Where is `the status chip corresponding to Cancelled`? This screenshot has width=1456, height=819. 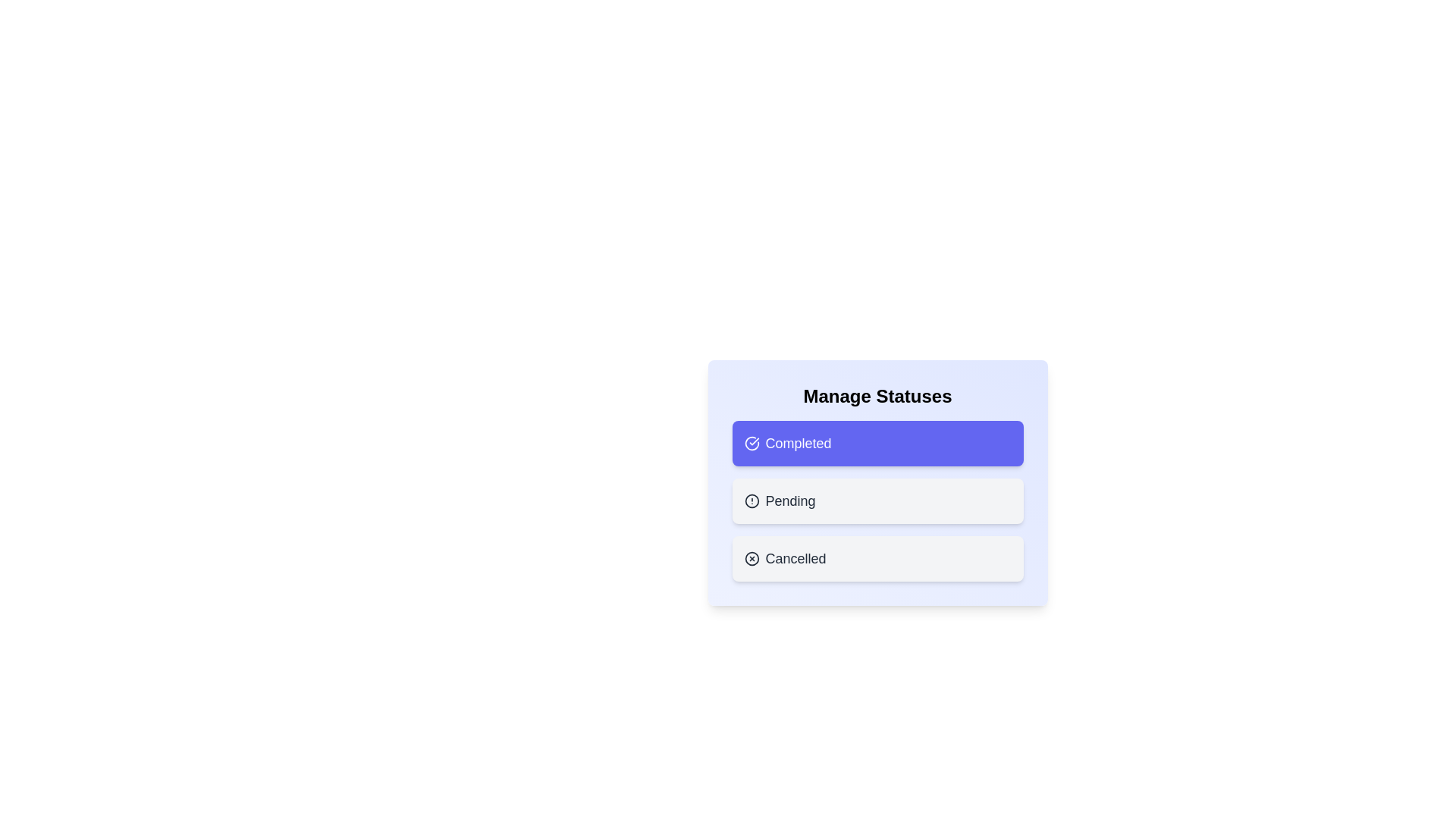
the status chip corresponding to Cancelled is located at coordinates (877, 558).